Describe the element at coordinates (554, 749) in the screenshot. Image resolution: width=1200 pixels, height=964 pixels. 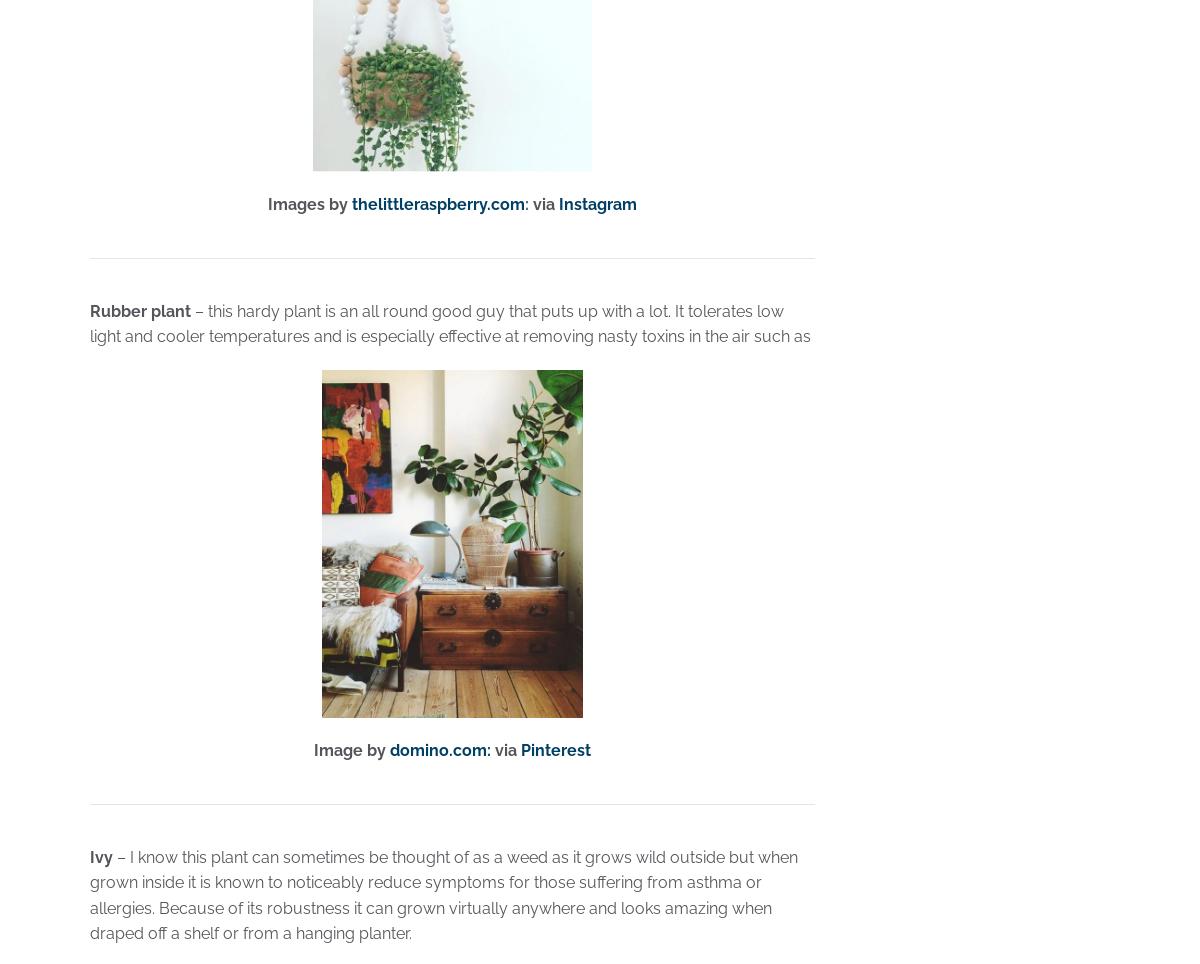
I see `'Pinterest'` at that location.